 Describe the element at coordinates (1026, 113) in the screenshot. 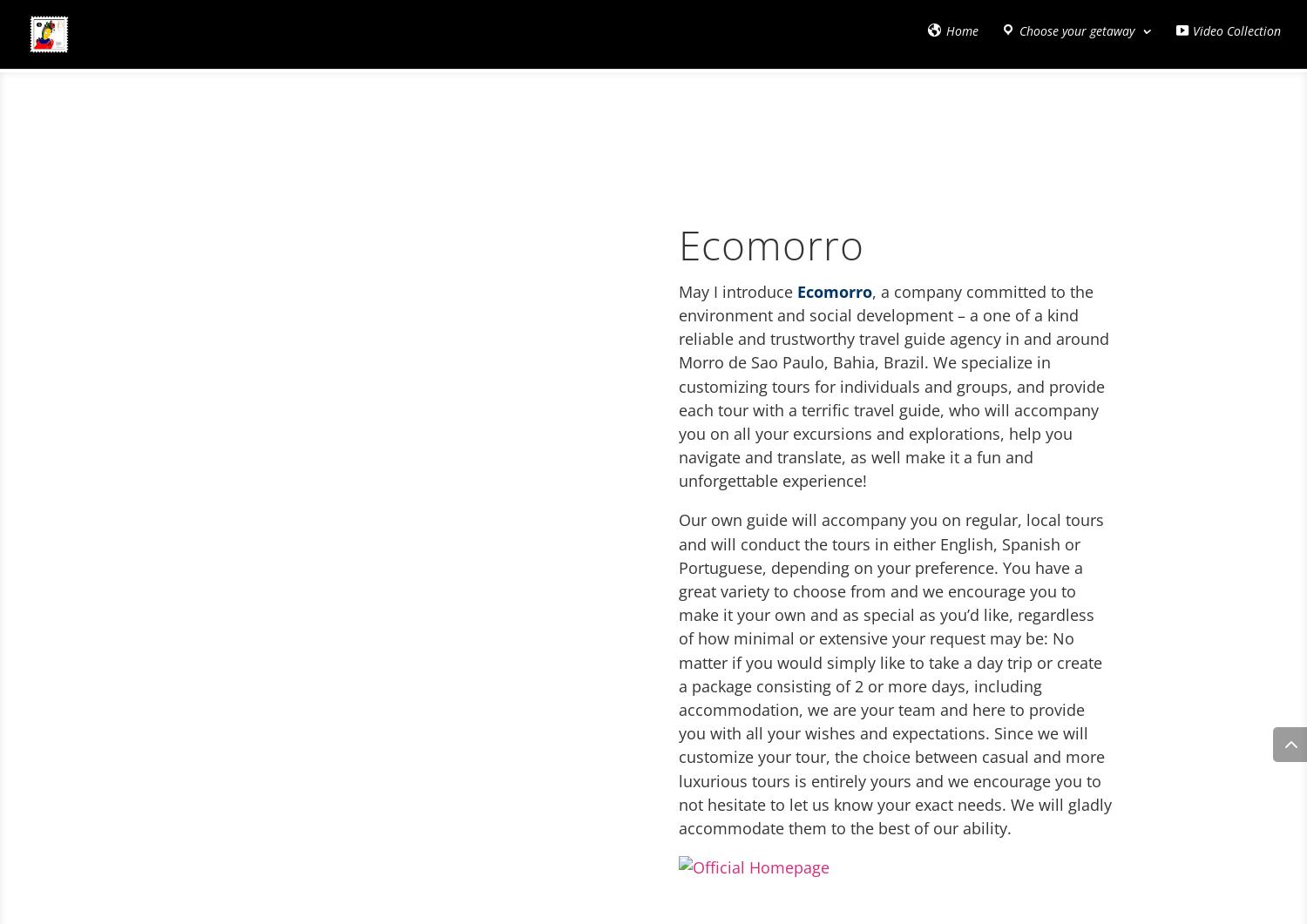

I see `'All Seasons'` at that location.